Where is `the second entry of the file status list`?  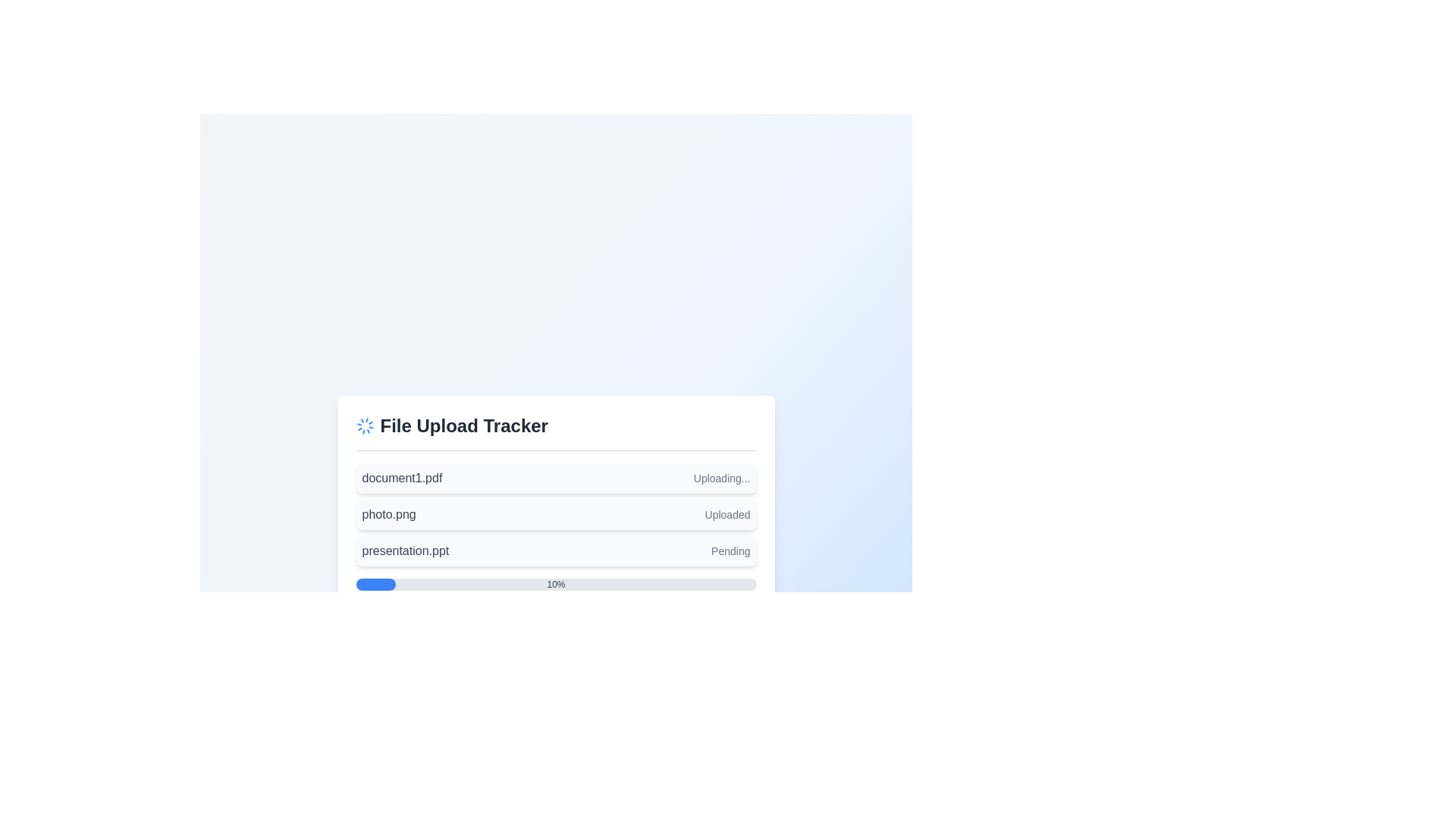
the second entry of the file status list is located at coordinates (555, 513).